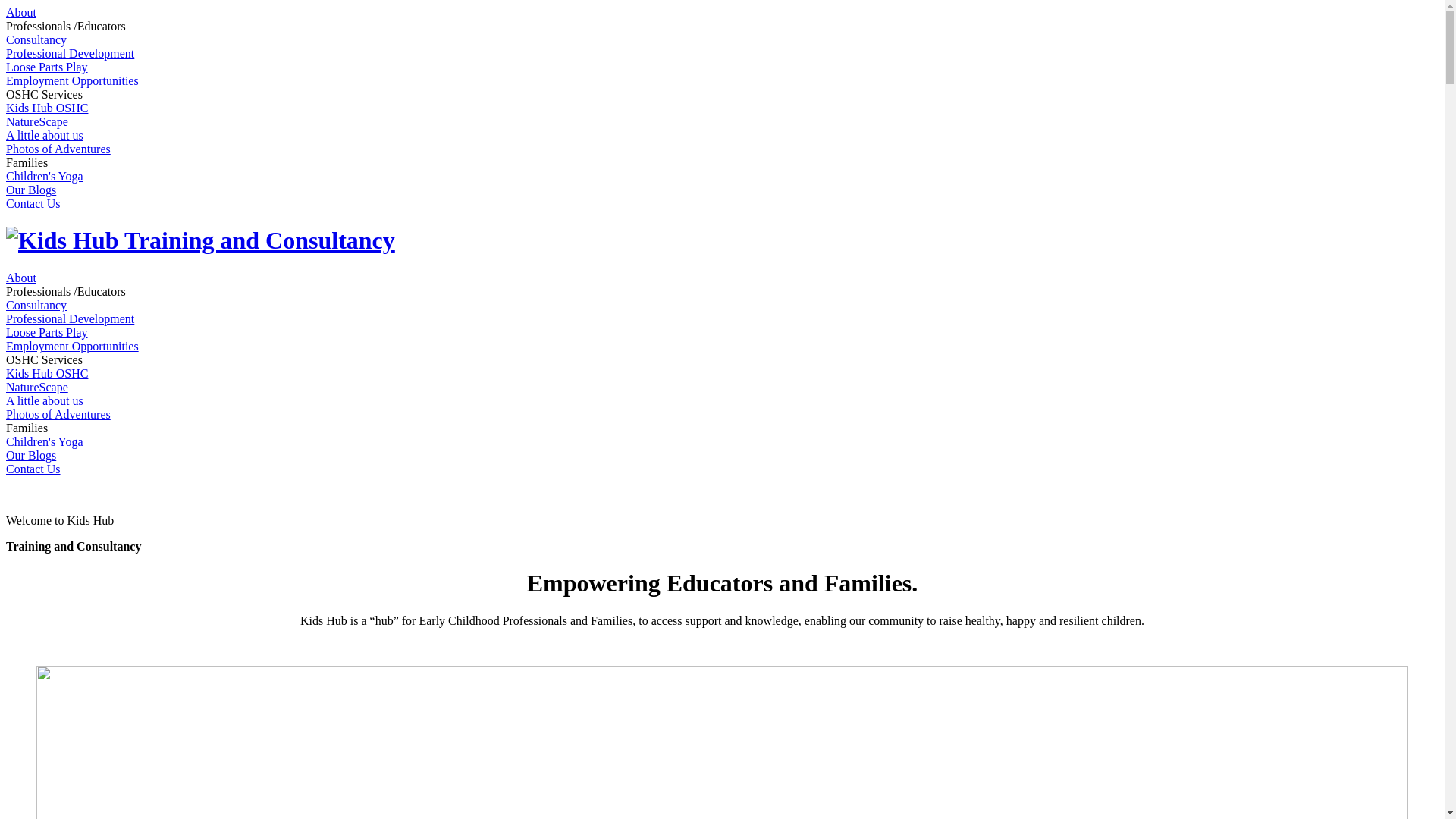  I want to click on 'Children's Yoga', so click(44, 175).